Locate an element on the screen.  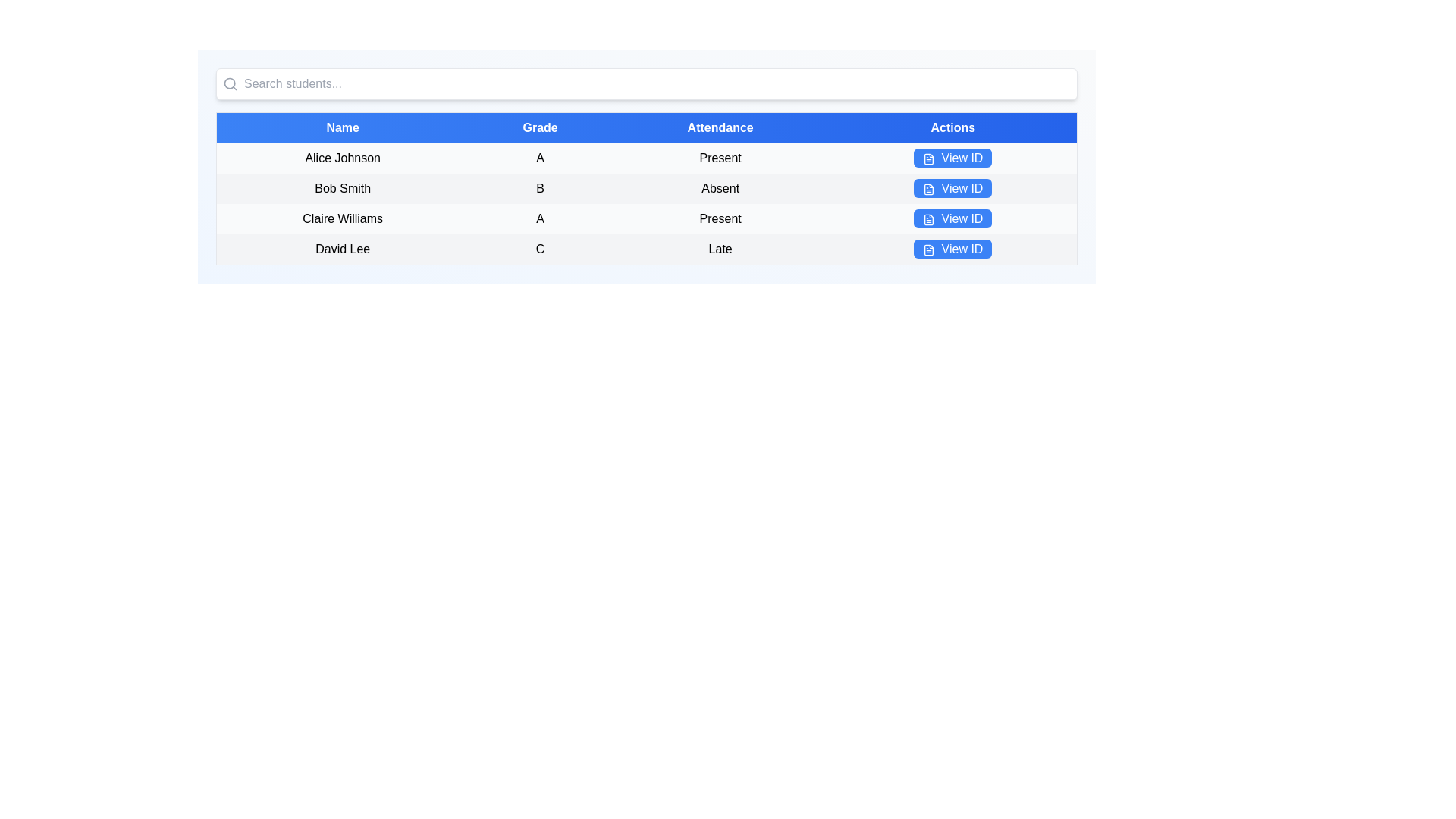
the 'Attendance' header label in the table, which is the third item in a horizontal list of headers, positioned between 'Grade' and 'Actions' is located at coordinates (720, 127).